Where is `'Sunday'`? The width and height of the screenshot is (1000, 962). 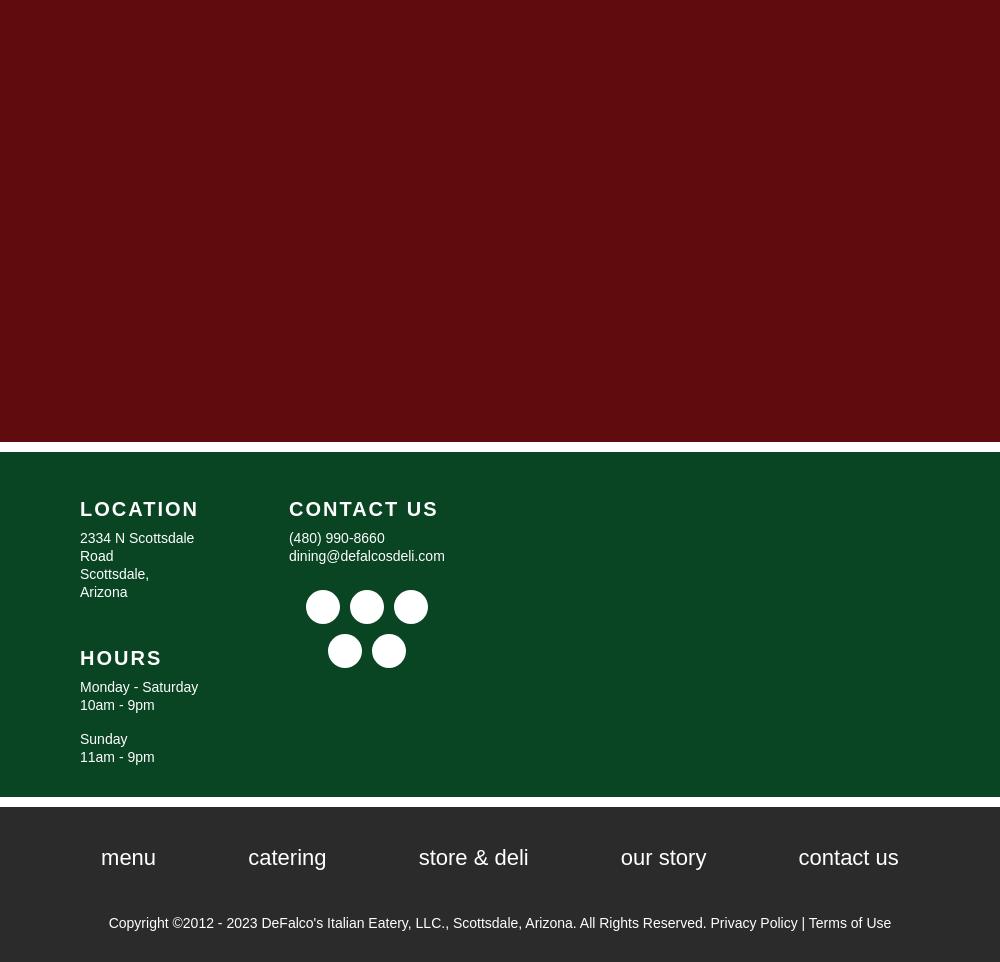
'Sunday' is located at coordinates (79, 738).